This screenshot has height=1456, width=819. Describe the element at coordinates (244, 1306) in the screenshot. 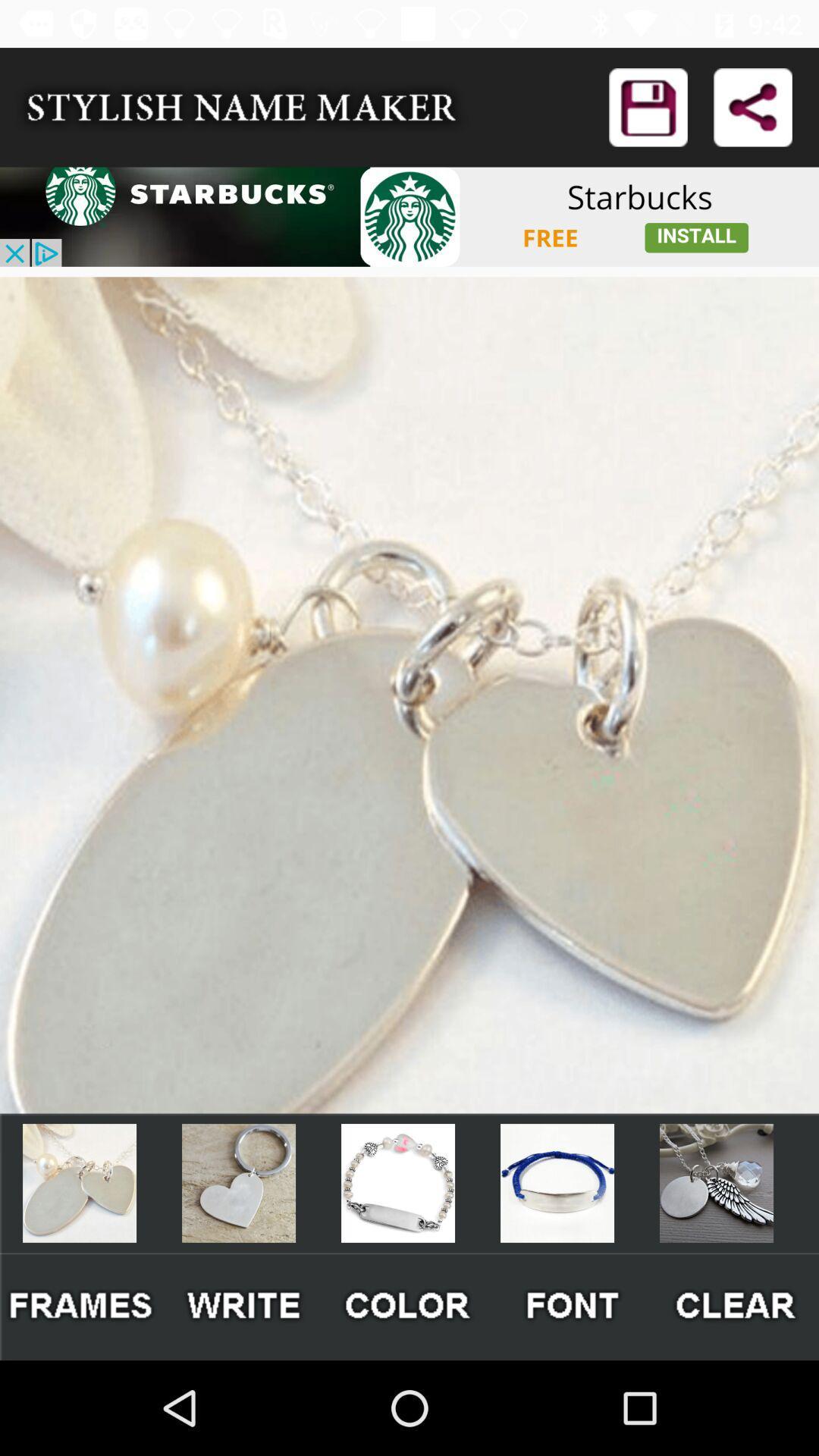

I see `write message` at that location.